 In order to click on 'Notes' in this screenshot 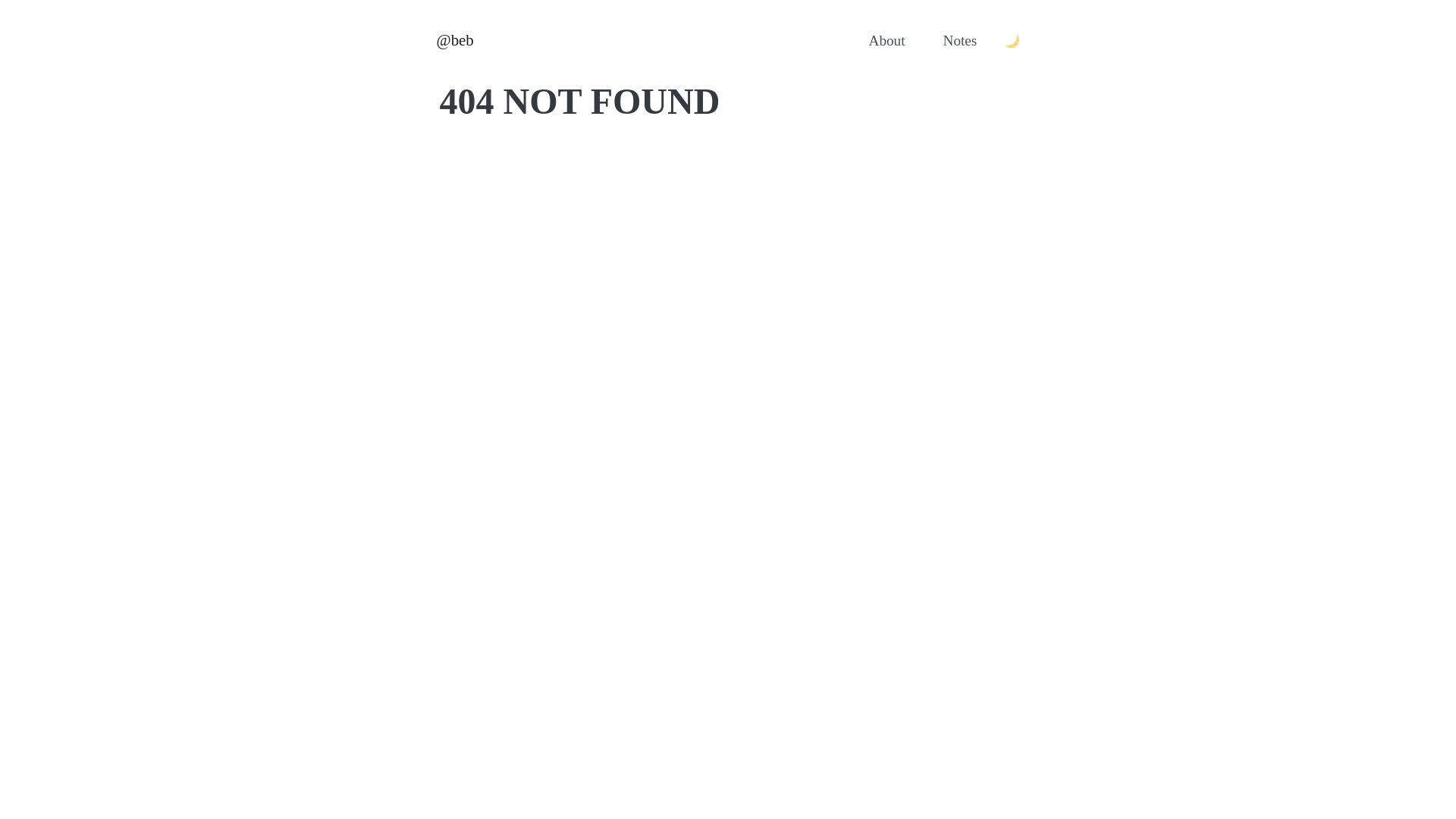, I will do `click(959, 40)`.